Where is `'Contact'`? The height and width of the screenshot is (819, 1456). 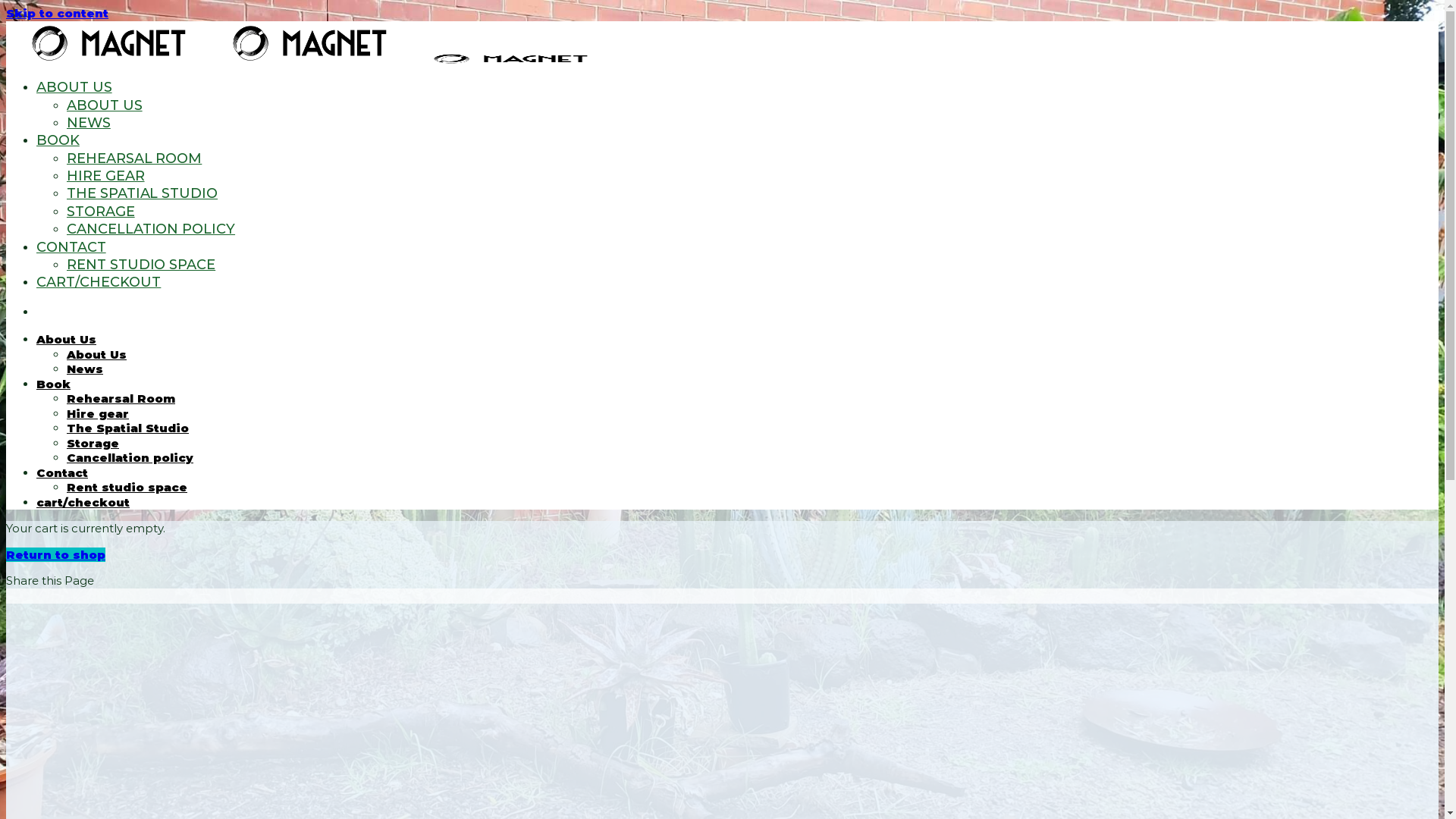
'Contact' is located at coordinates (61, 472).